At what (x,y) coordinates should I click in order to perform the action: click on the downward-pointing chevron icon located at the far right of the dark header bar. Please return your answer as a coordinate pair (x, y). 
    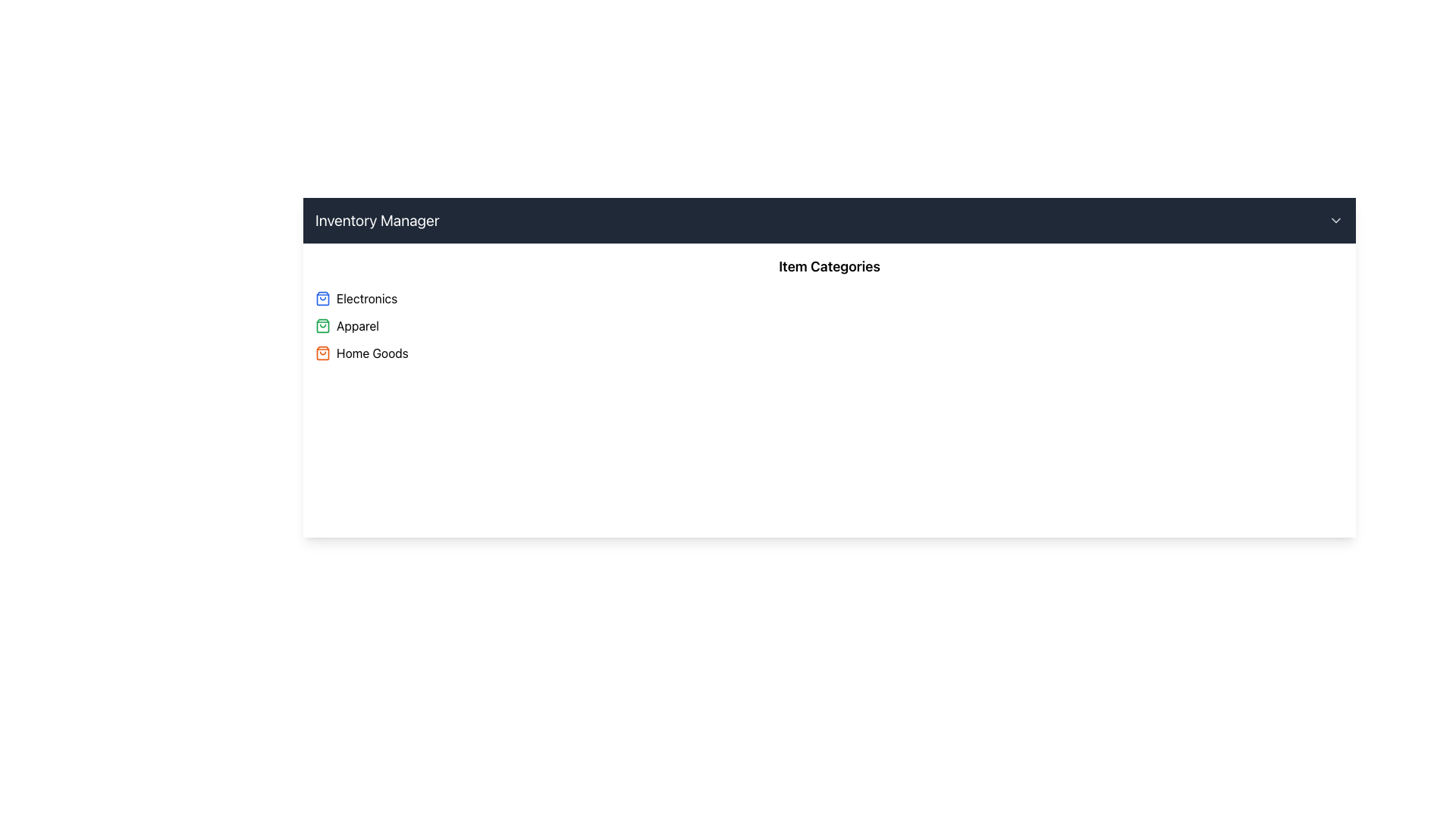
    Looking at the image, I should click on (1335, 220).